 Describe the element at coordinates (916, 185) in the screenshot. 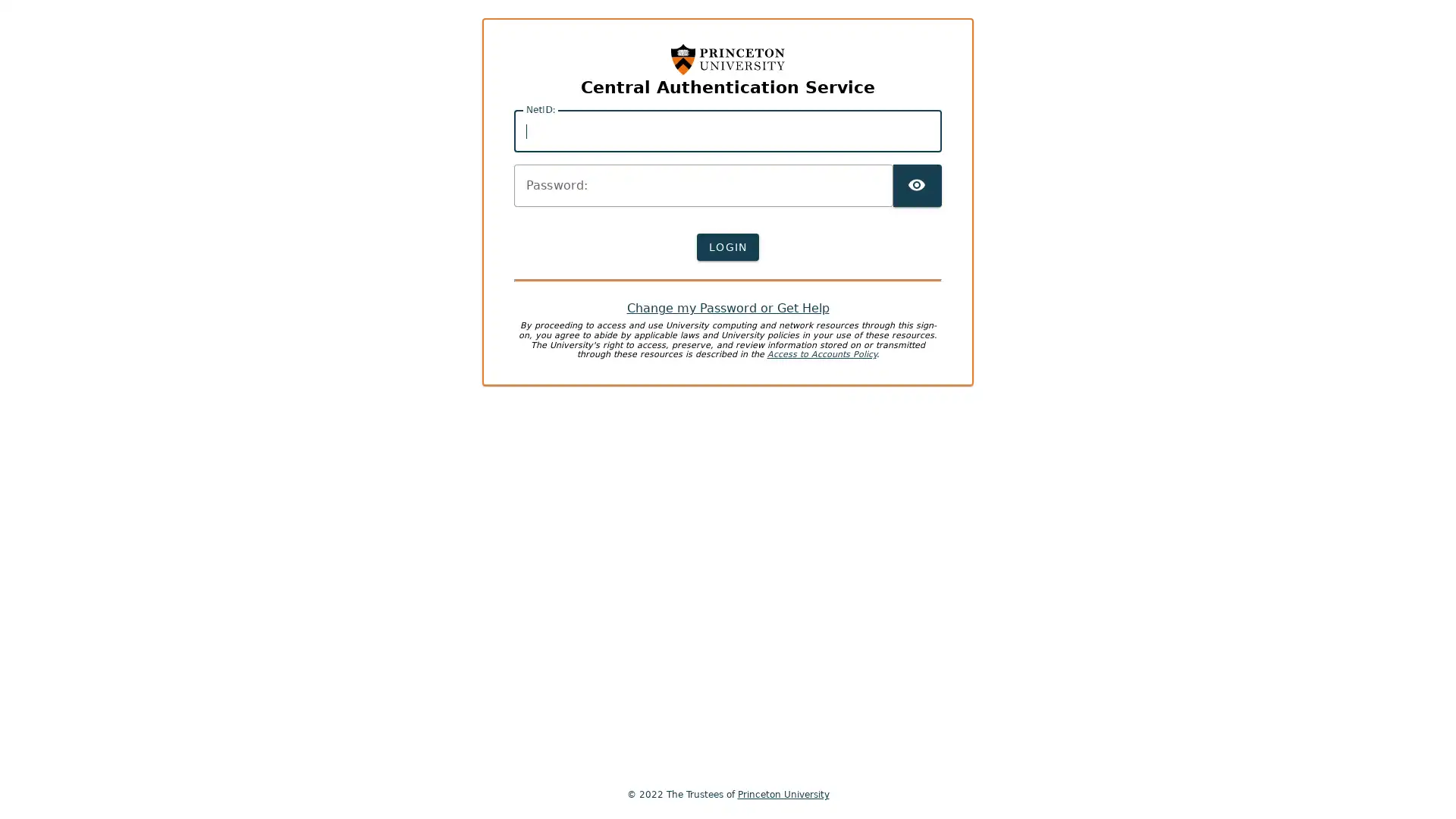

I see `TOGGLE PASSWORD` at that location.